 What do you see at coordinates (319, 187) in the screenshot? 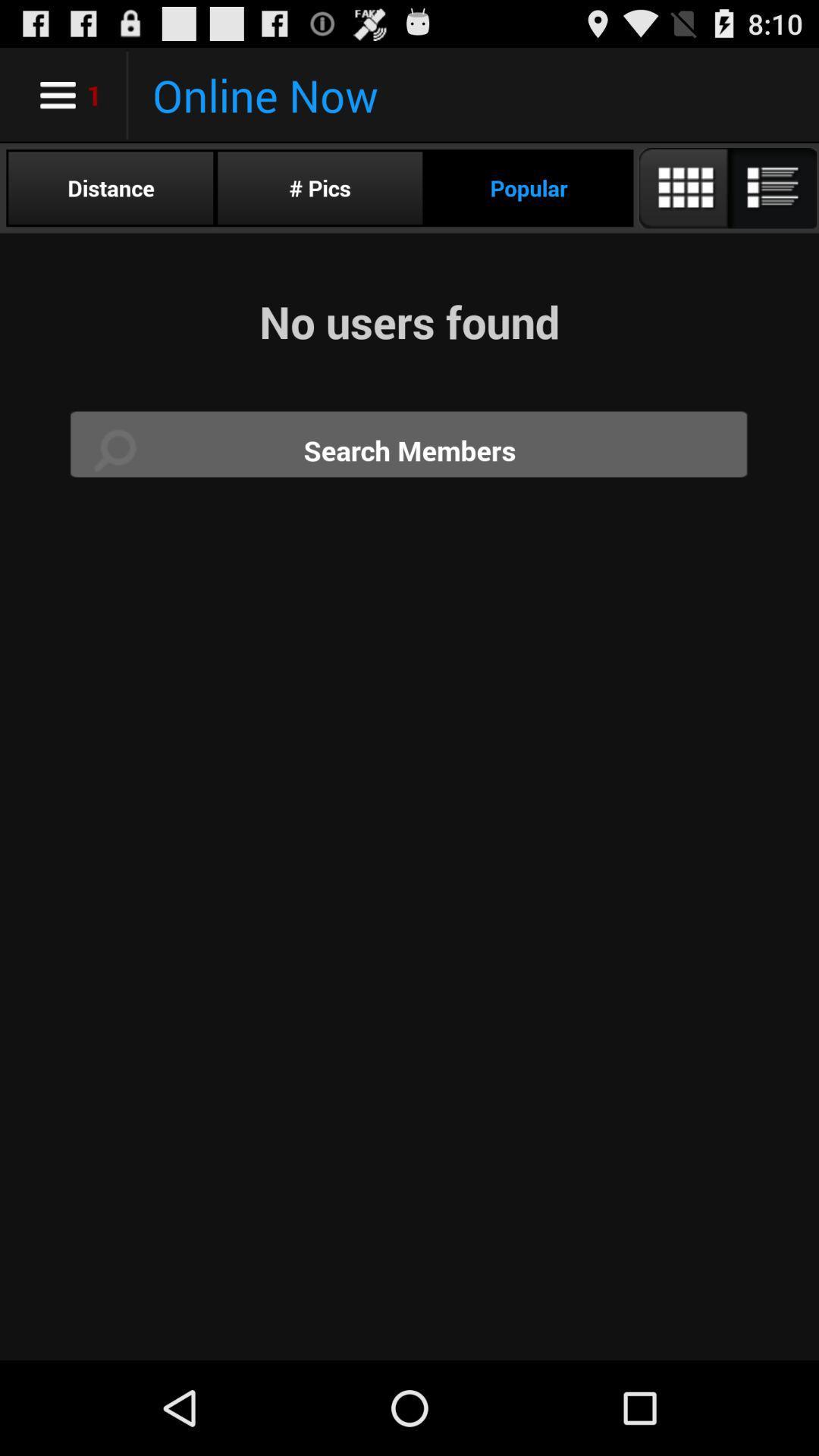
I see `icon to the right of the distance icon` at bounding box center [319, 187].